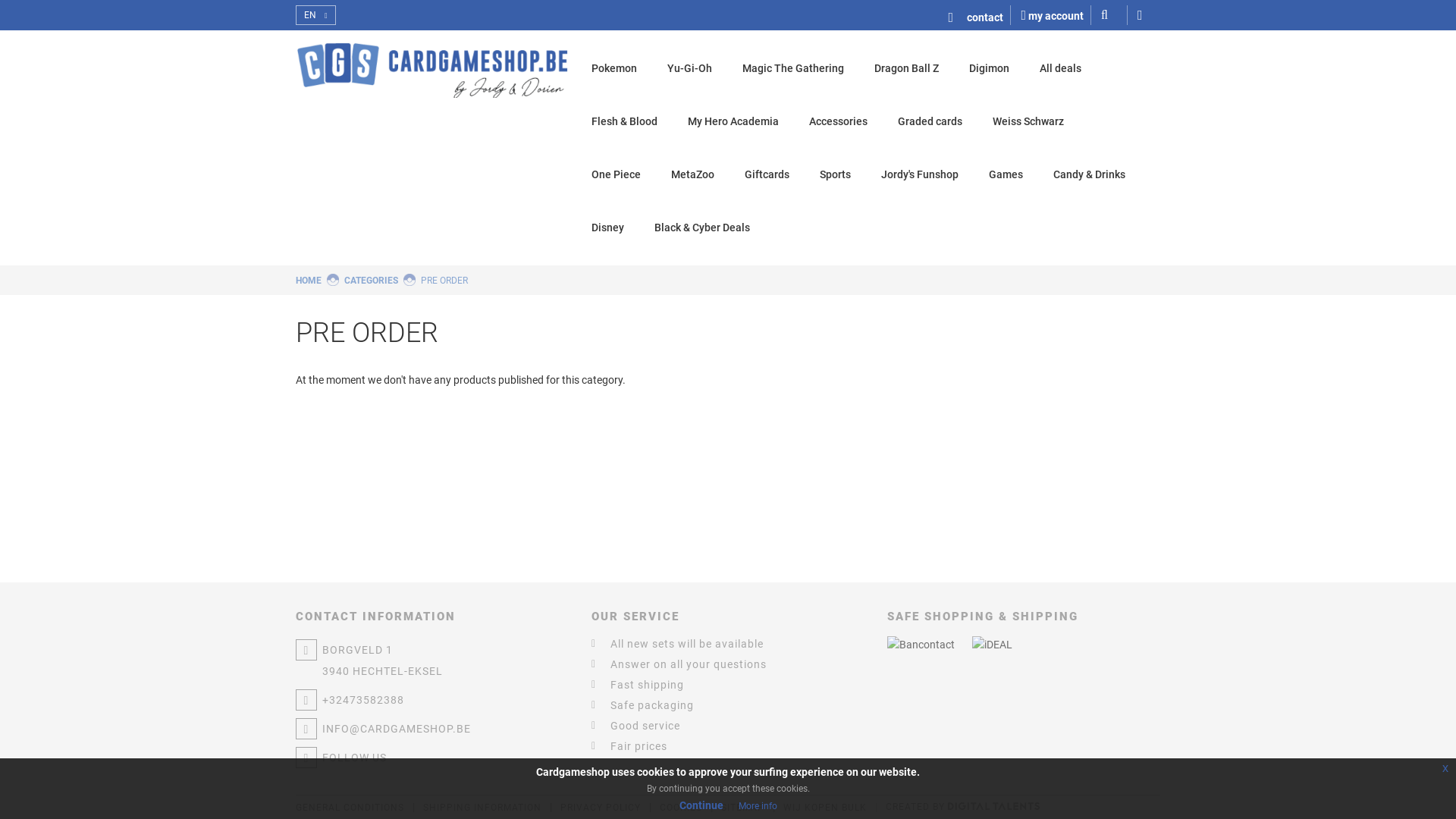  What do you see at coordinates (906, 67) in the screenshot?
I see `'Dragon Ball Z'` at bounding box center [906, 67].